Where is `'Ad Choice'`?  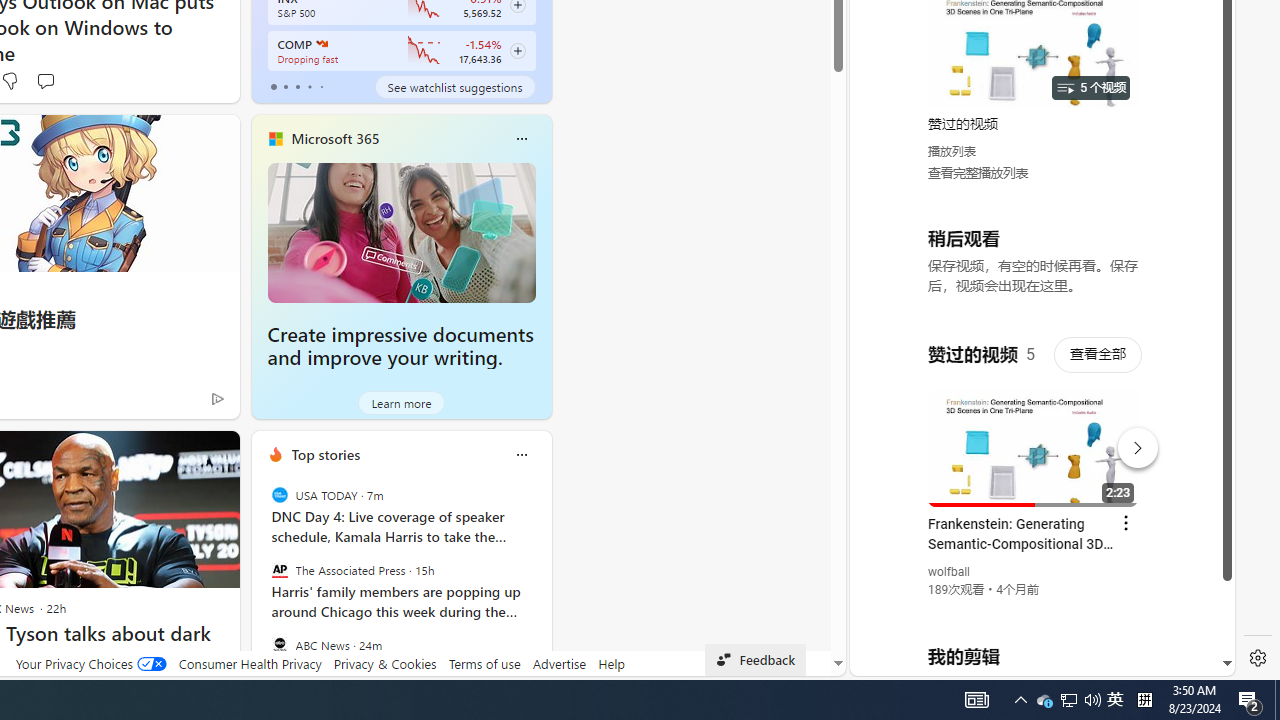 'Ad Choice' is located at coordinates (217, 398).